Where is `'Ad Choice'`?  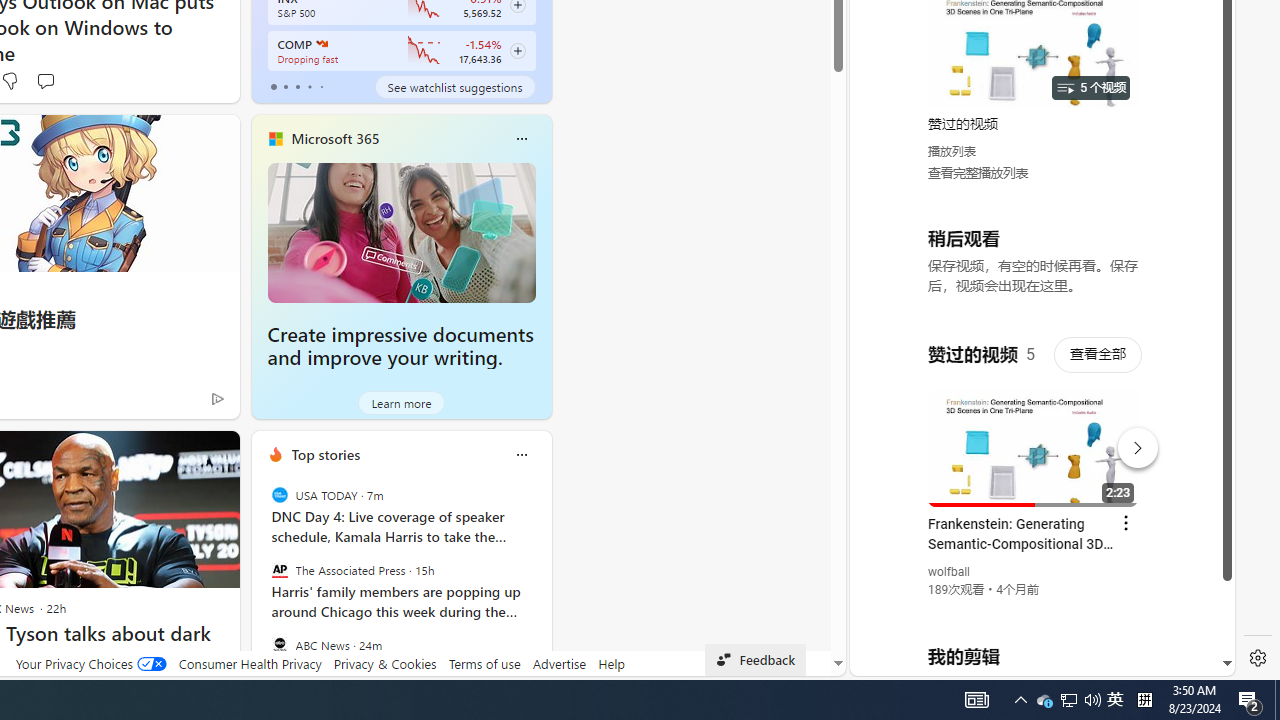 'Ad Choice' is located at coordinates (217, 398).